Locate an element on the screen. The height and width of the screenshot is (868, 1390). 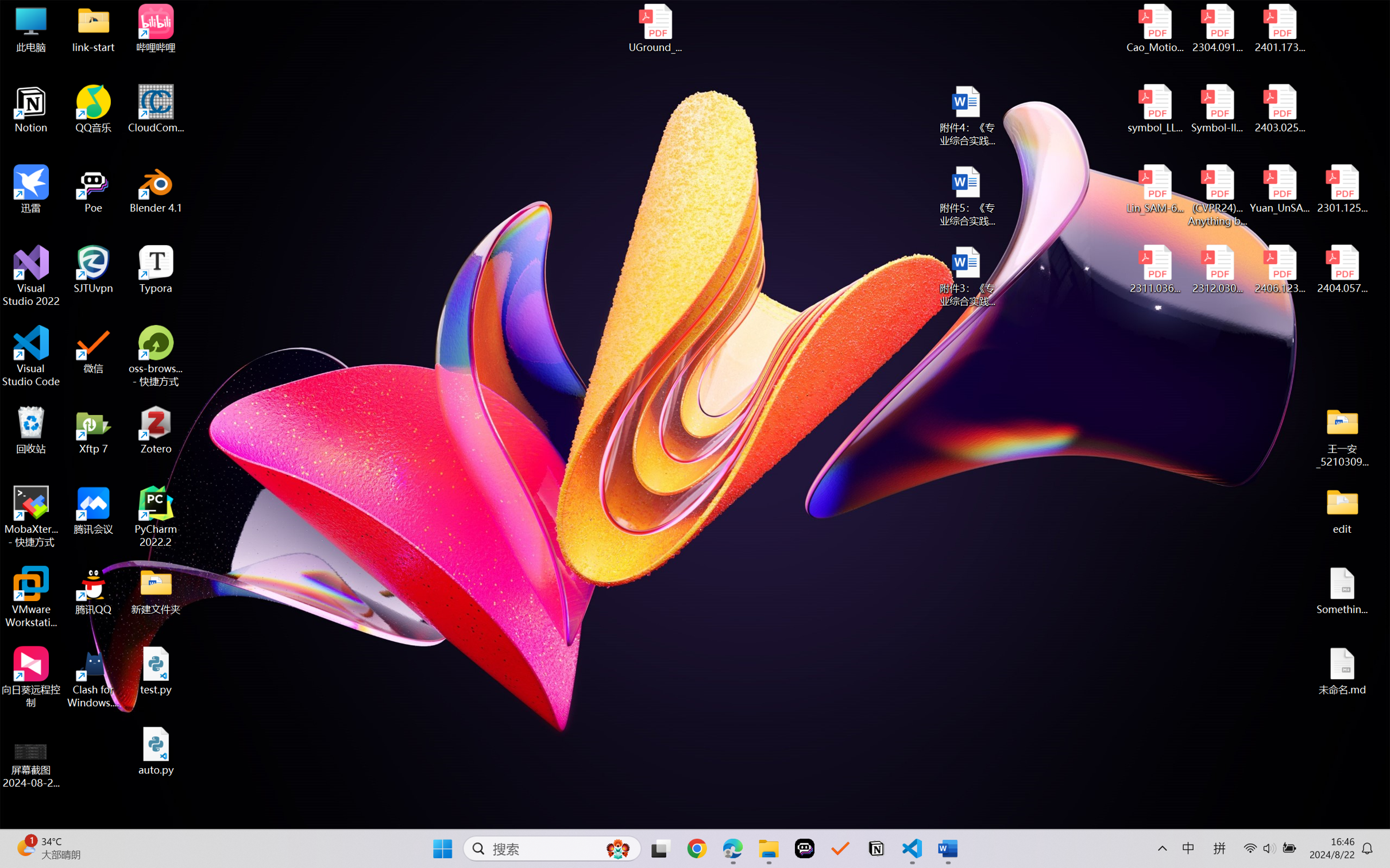
'2406.12373v2.pdf' is located at coordinates (1279, 269).